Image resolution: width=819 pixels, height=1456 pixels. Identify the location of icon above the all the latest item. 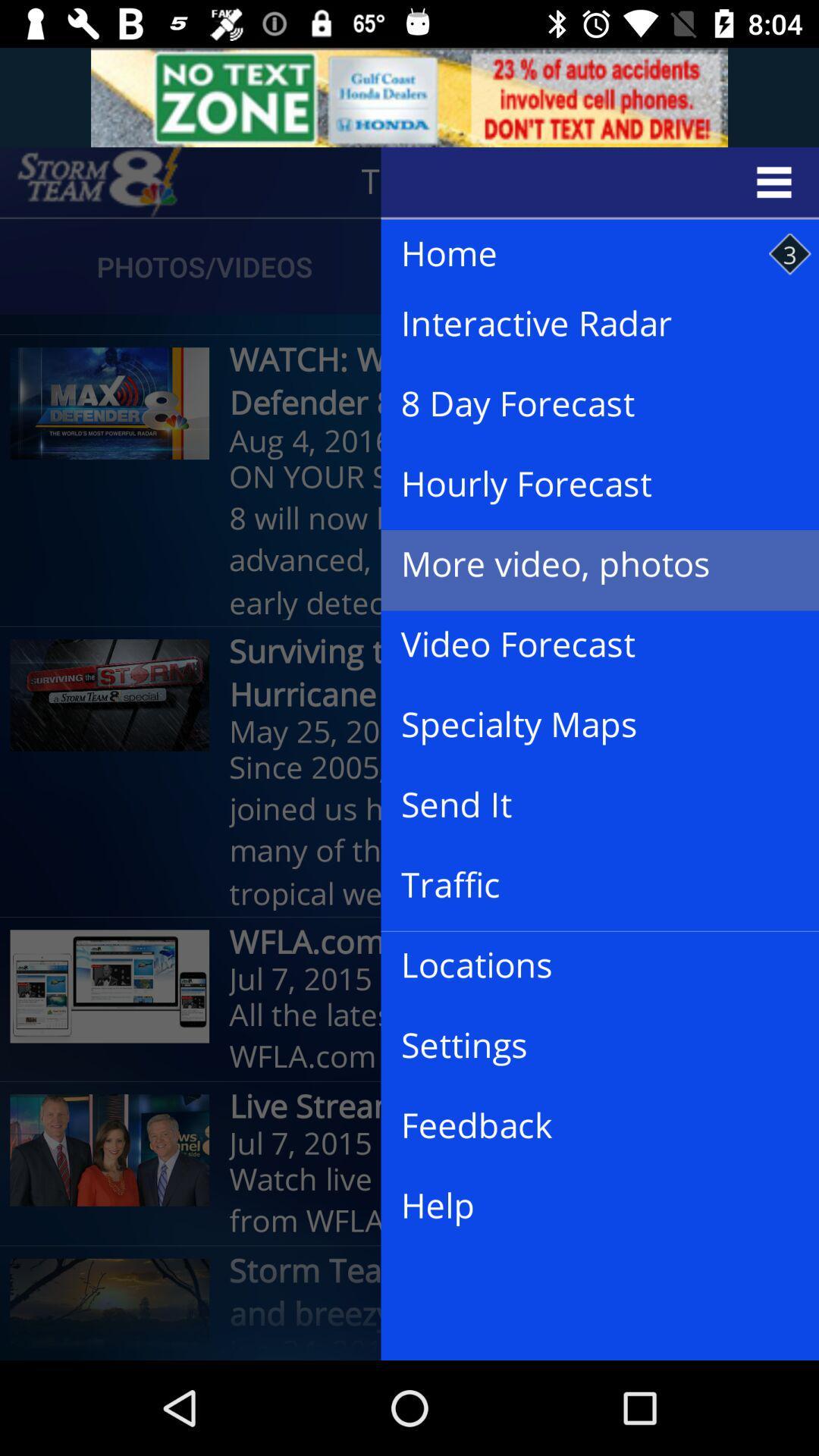
(587, 965).